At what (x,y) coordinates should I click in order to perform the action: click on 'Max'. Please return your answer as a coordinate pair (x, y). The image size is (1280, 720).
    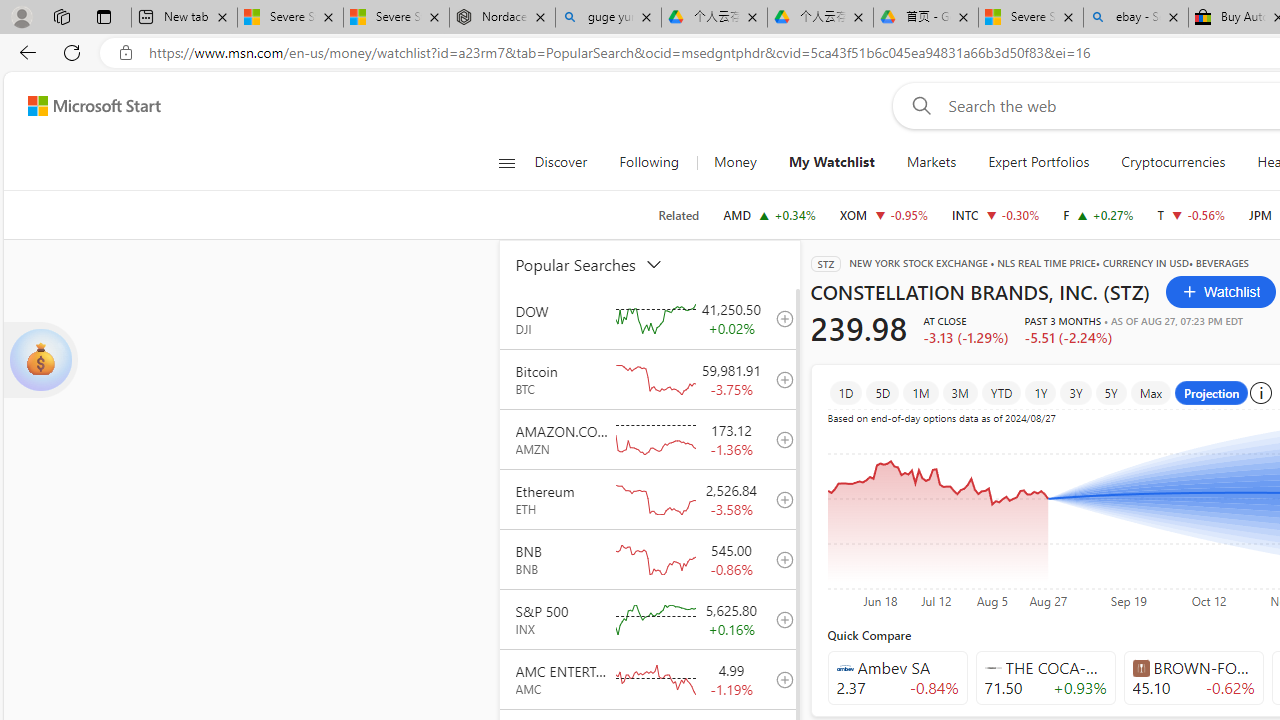
    Looking at the image, I should click on (1151, 392).